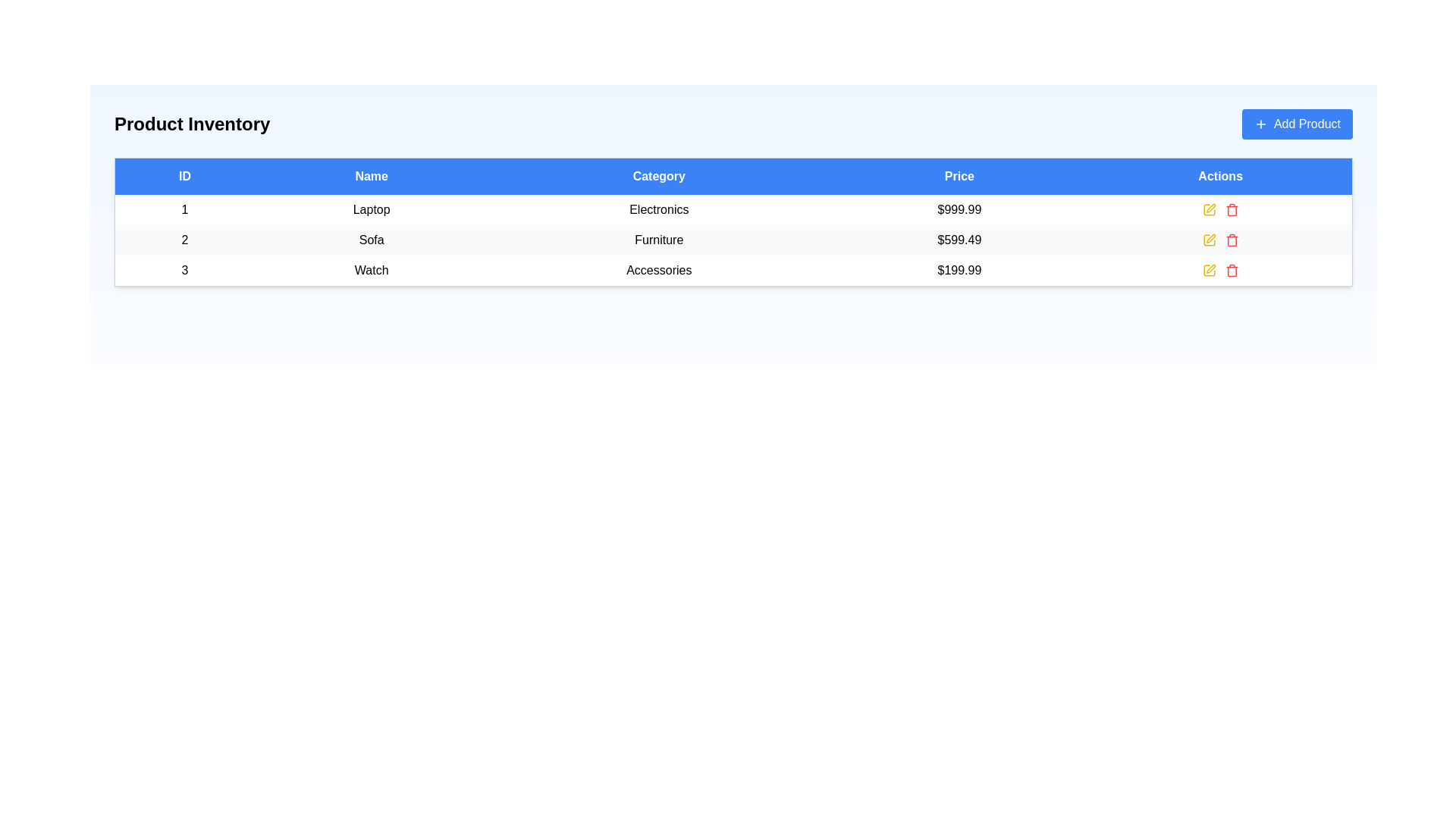 The image size is (1456, 819). I want to click on the header text label indicating 'Product Inventory', which serves as a title for the section and is located at the top-left of the interface, so click(191, 124).